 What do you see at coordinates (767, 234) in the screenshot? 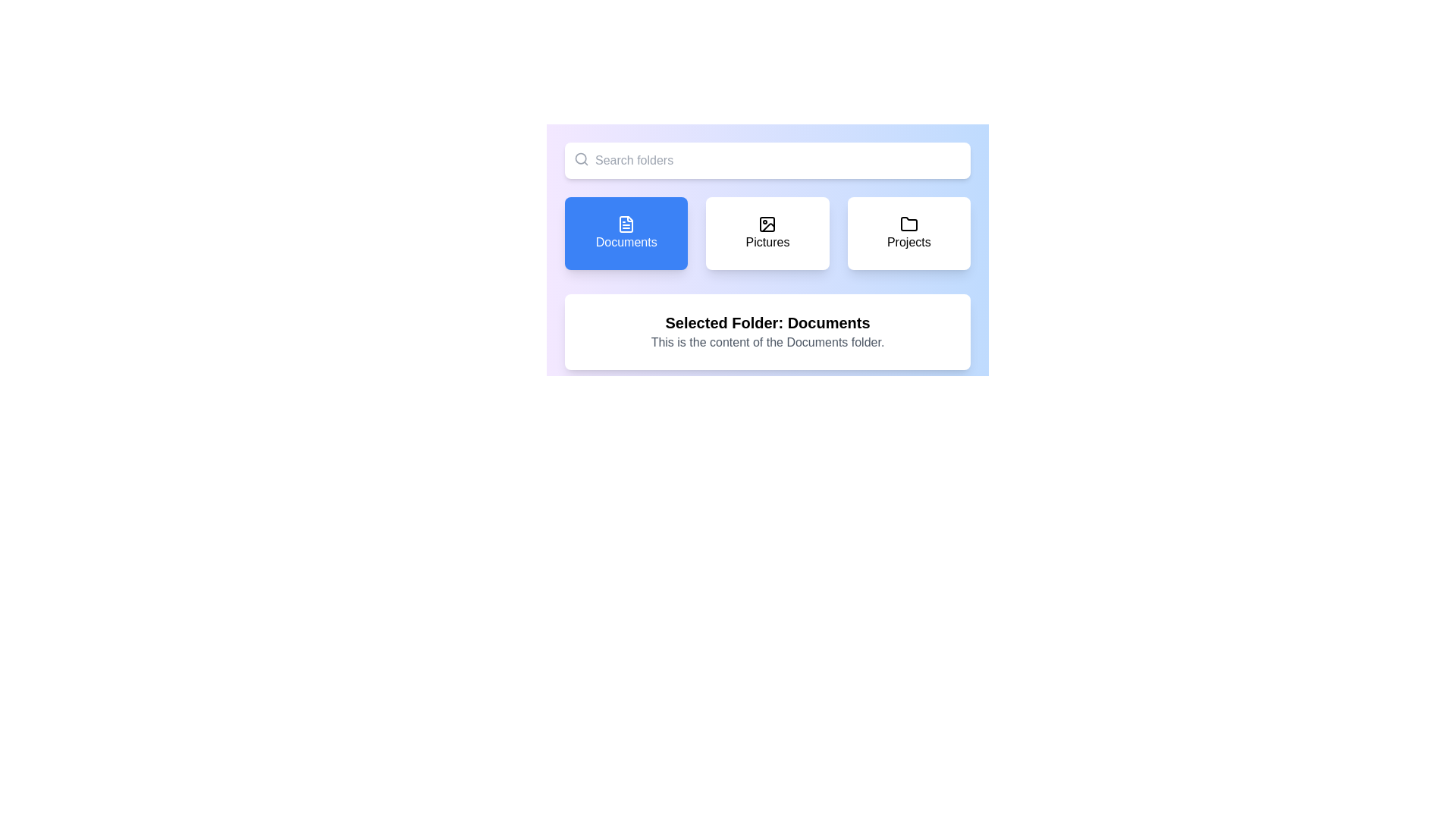
I see `the button labeled 'Pictures' with a white background and black text` at bounding box center [767, 234].